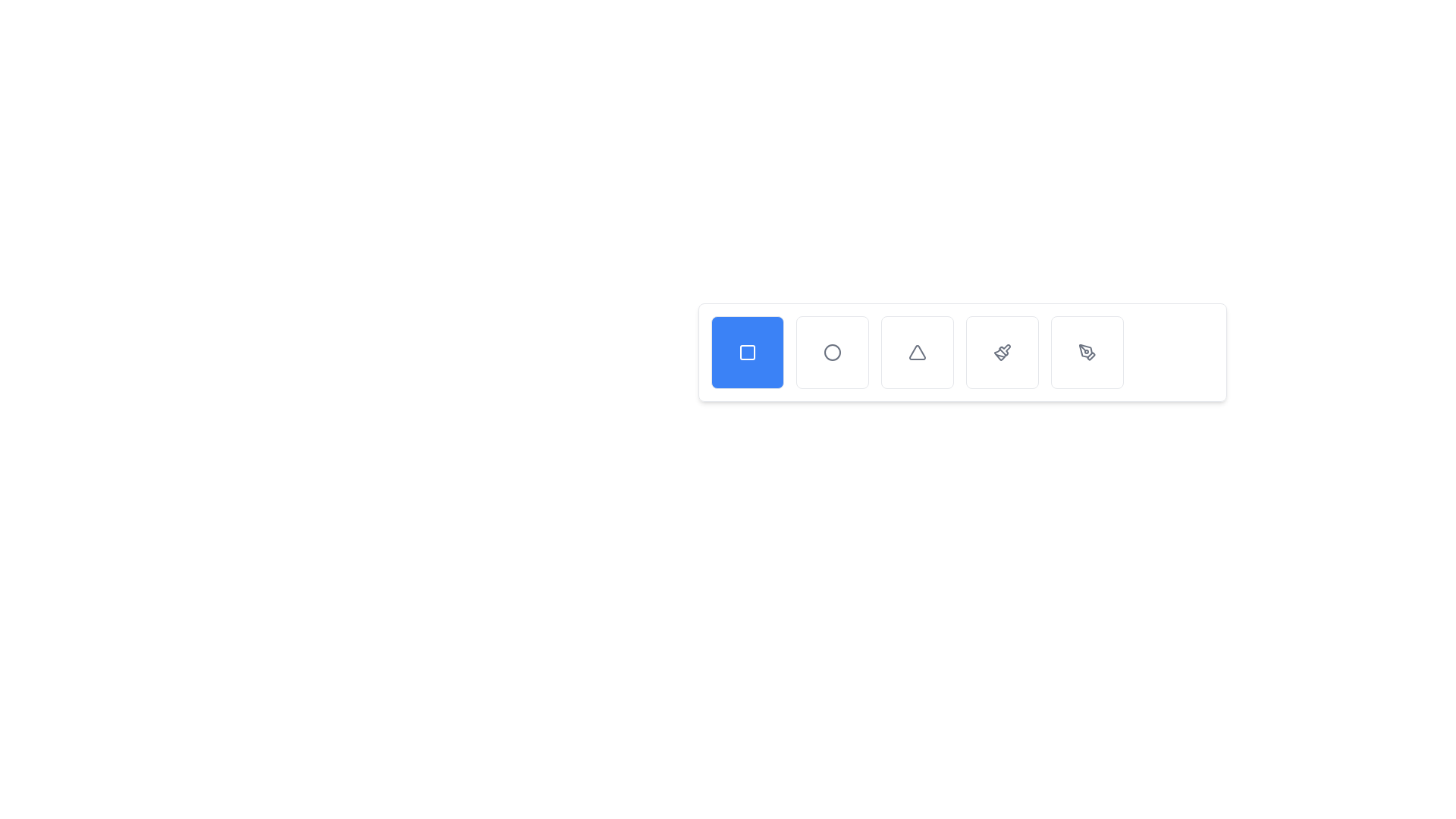 The height and width of the screenshot is (819, 1456). I want to click on the paintbrush tool button, which is the fourth button in a row, located between the triangle button and the pen-tool button, so click(1002, 353).